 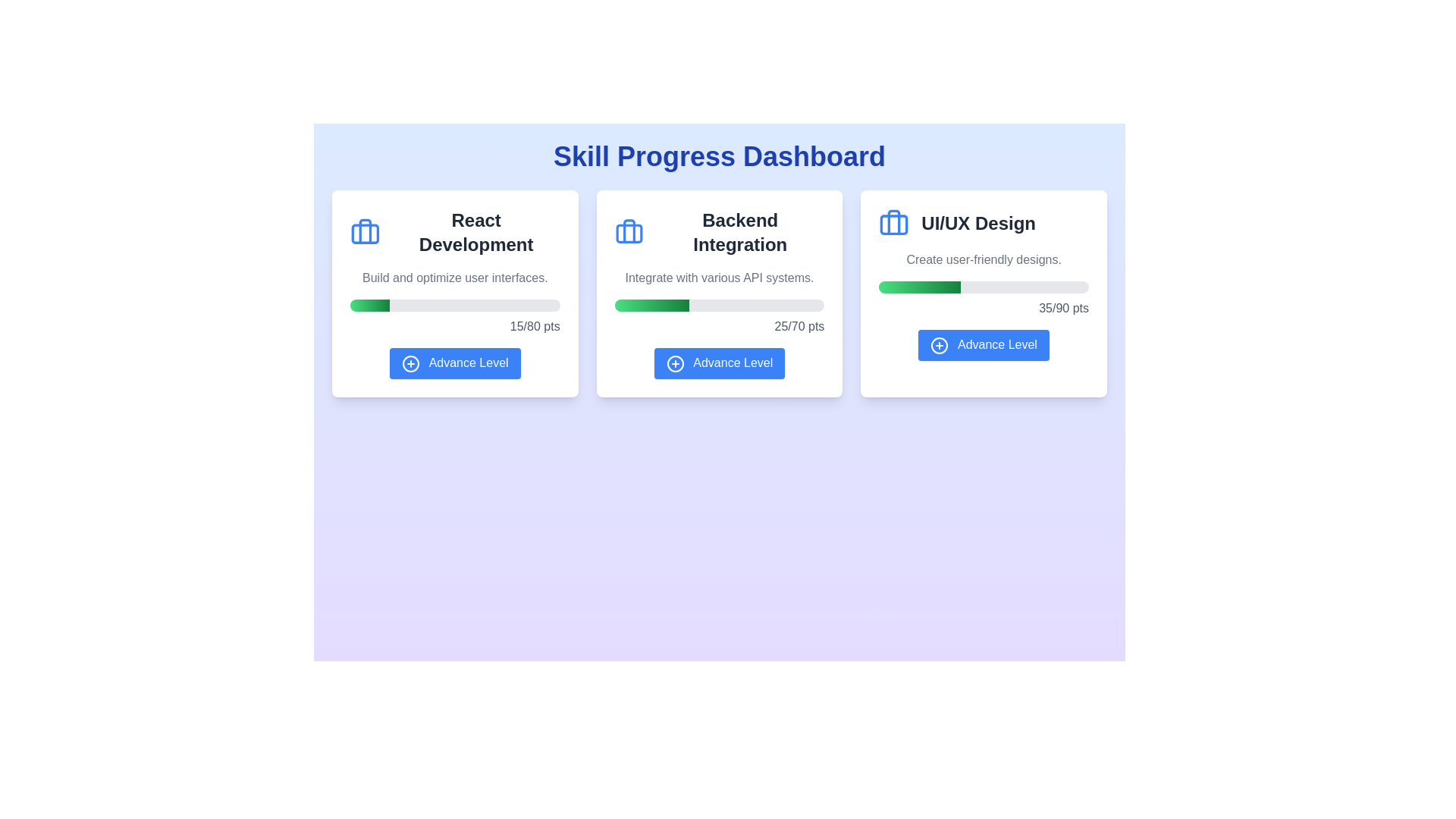 What do you see at coordinates (719, 233) in the screenshot?
I see `assistive technology` at bounding box center [719, 233].